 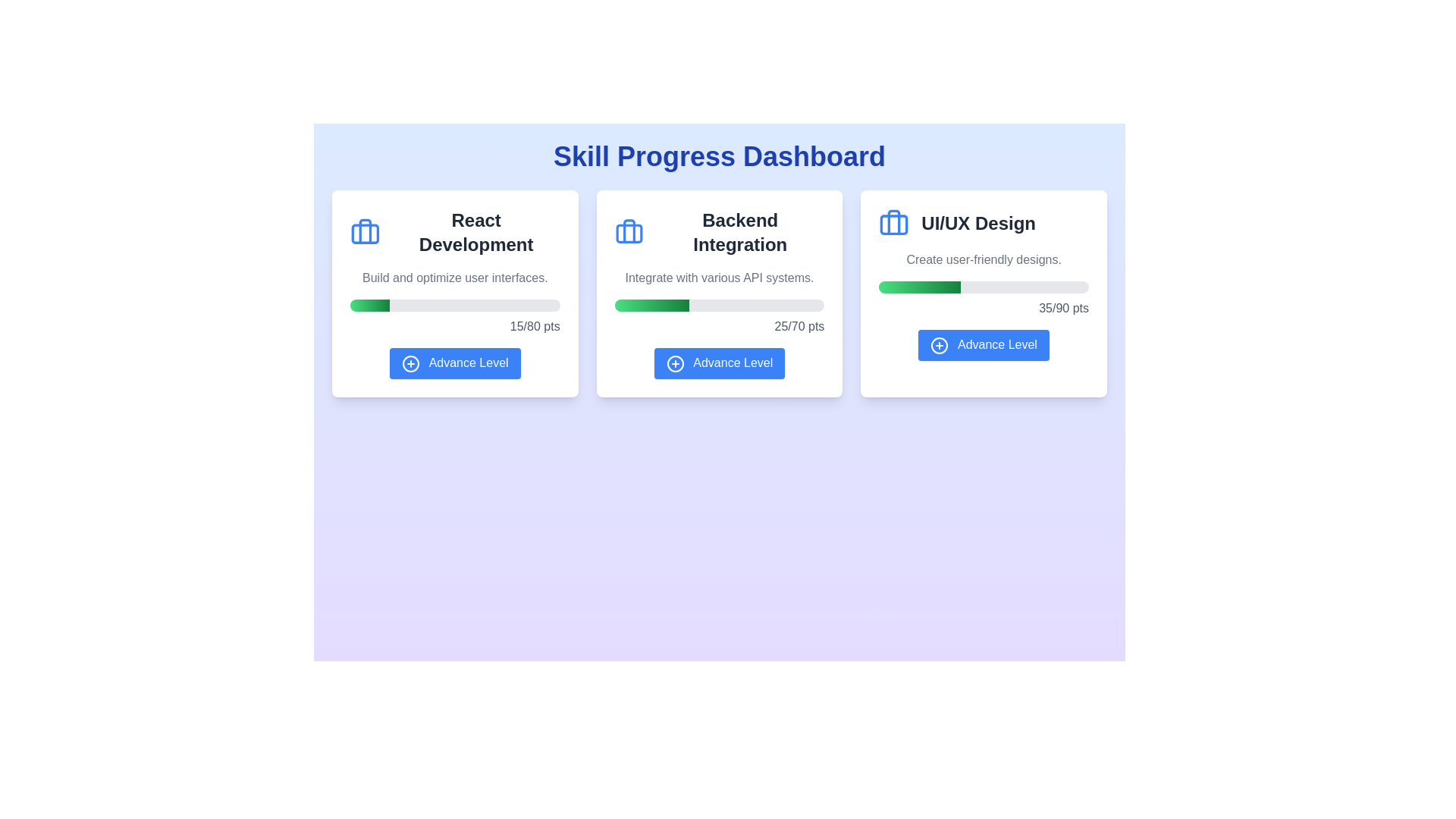 What do you see at coordinates (719, 233) in the screenshot?
I see `assistive technology` at bounding box center [719, 233].